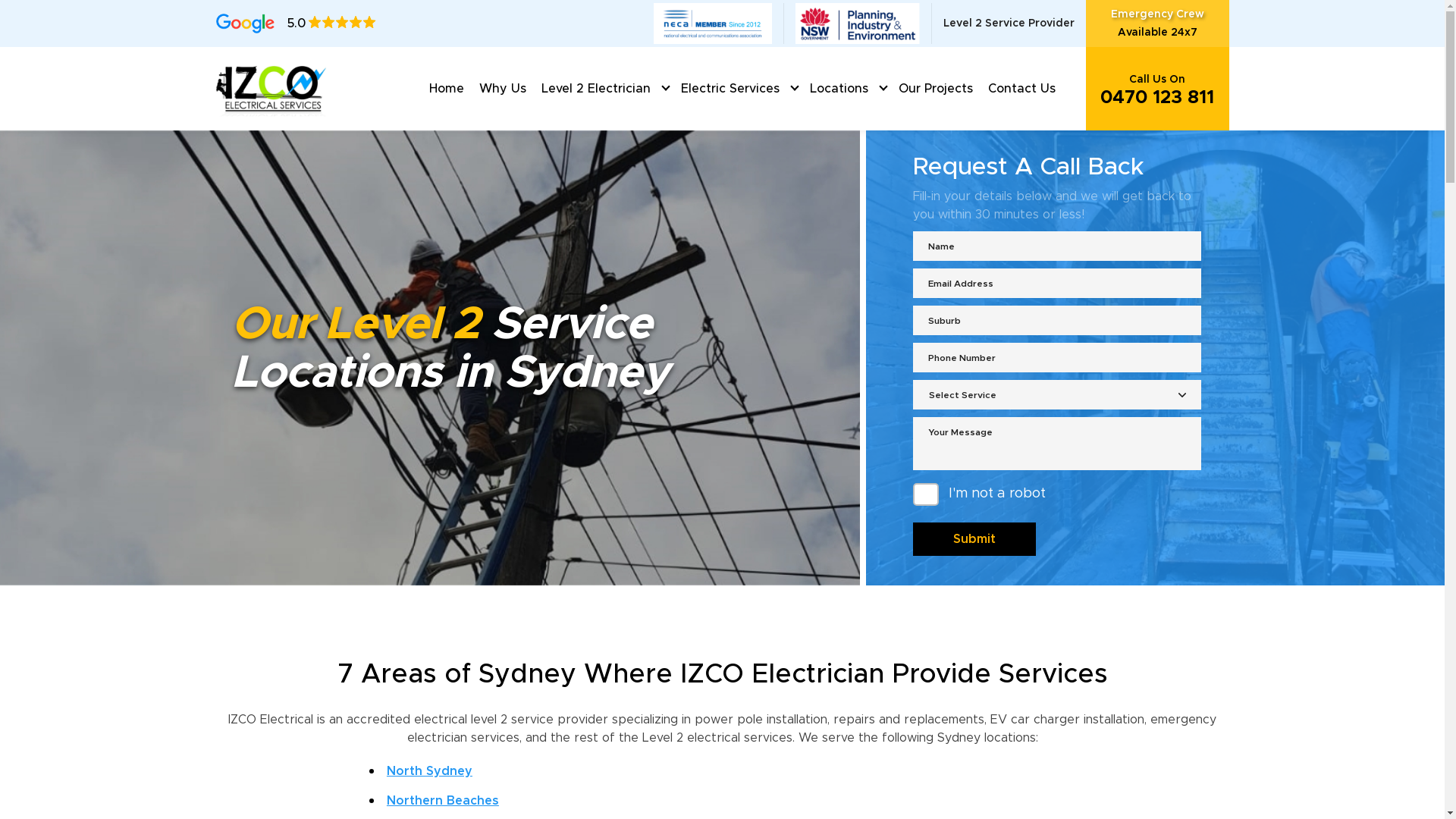 The width and height of the screenshot is (1456, 819). I want to click on 'Northern Beaches', so click(442, 800).